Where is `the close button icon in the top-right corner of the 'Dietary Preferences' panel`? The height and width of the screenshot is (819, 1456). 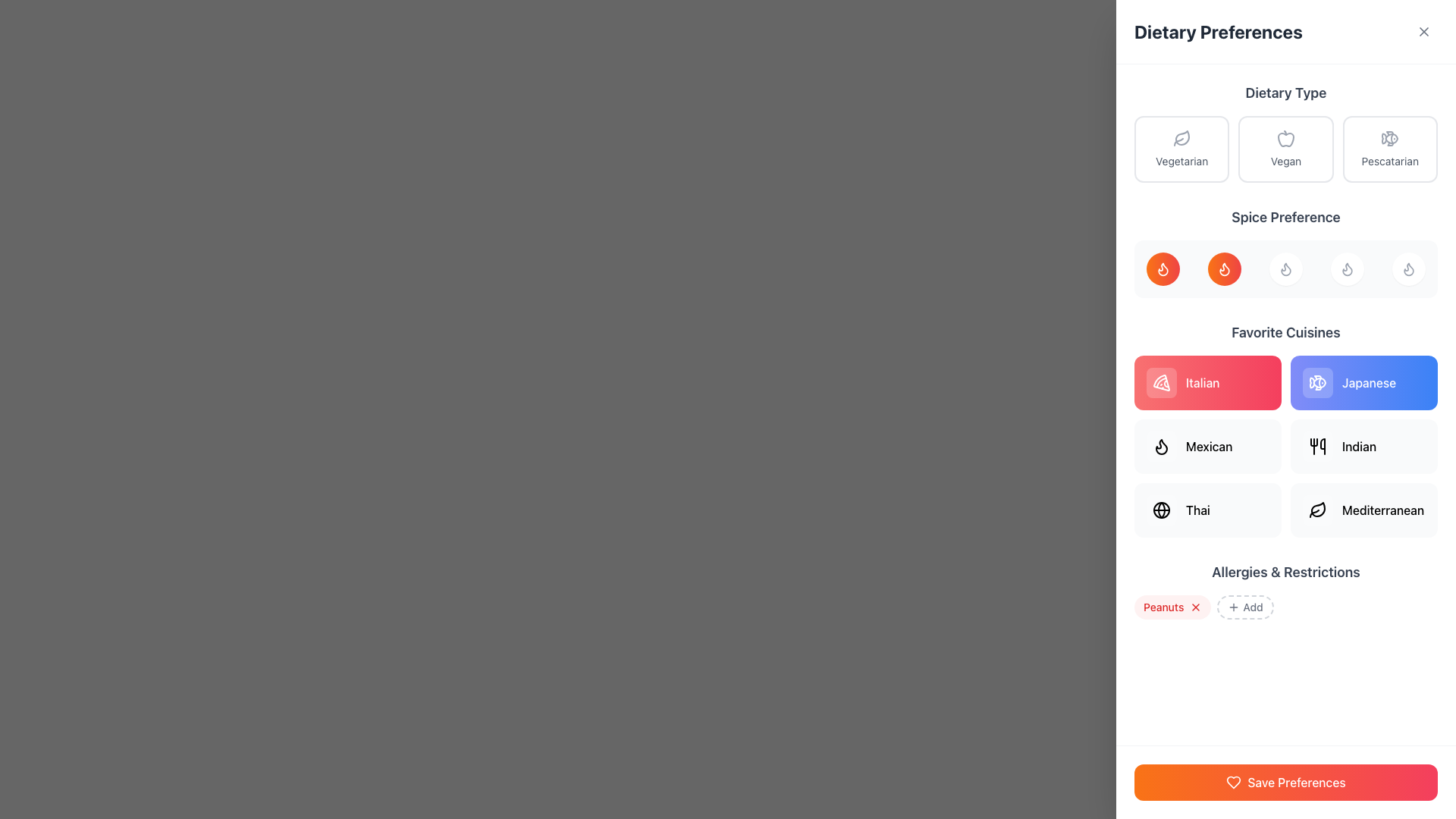 the close button icon in the top-right corner of the 'Dietary Preferences' panel is located at coordinates (1423, 32).